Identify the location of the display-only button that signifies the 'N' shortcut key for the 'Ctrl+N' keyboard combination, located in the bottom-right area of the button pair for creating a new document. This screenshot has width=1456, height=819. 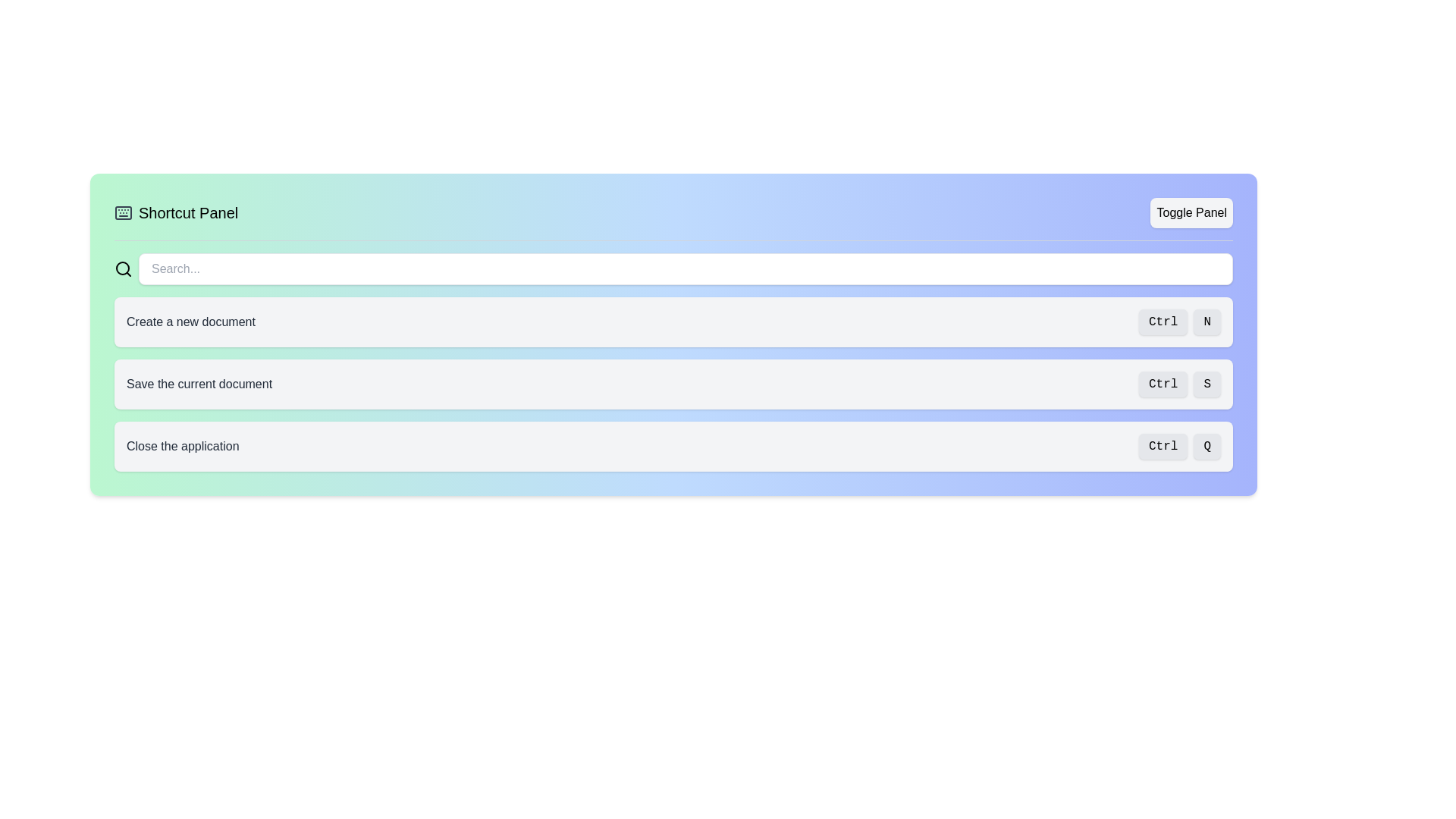
(1207, 321).